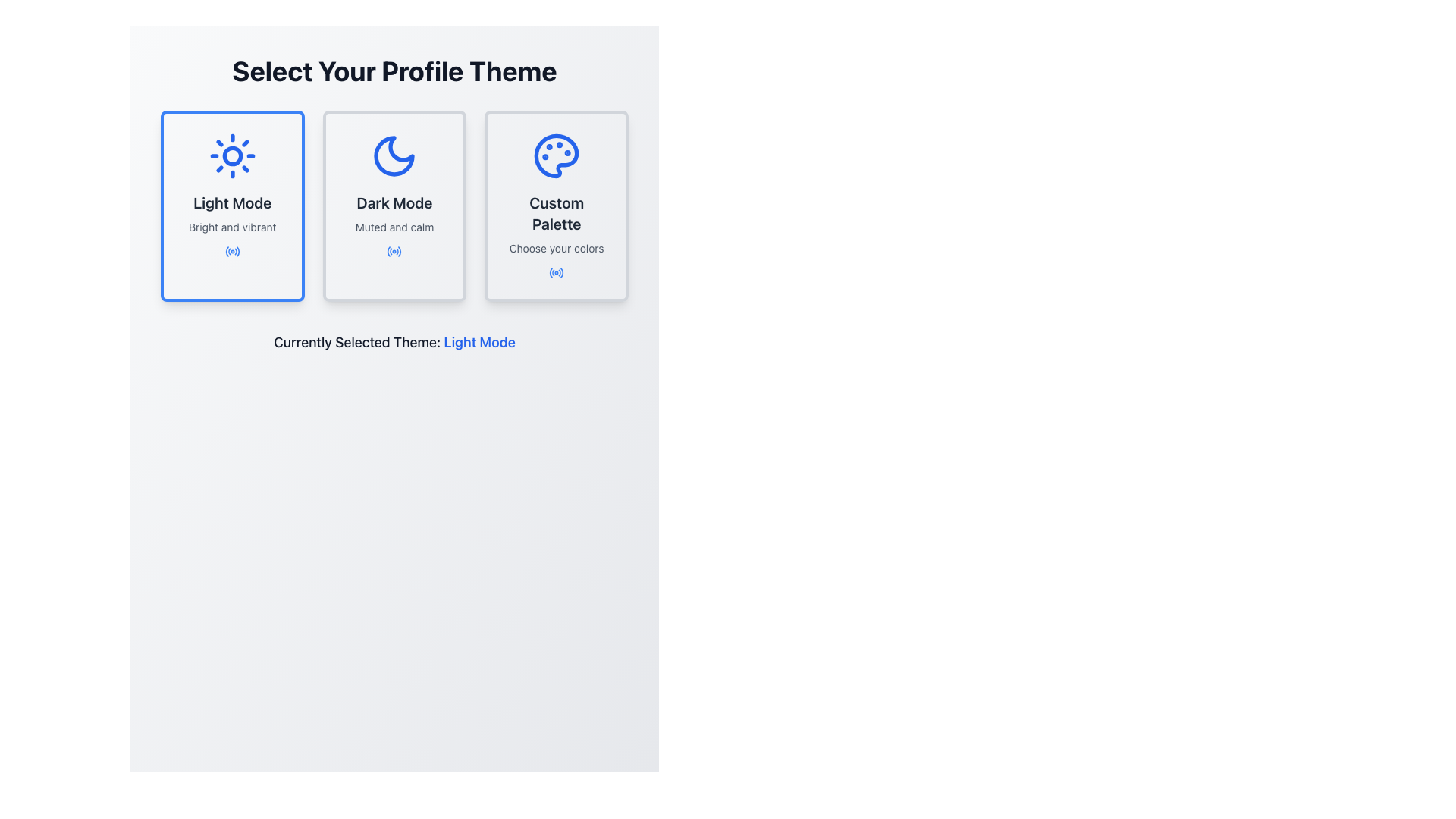 Image resolution: width=1456 pixels, height=819 pixels. I want to click on the blue sun-shaped icon located at the top center of the 'Light Mode' card, which features a circular center and rays extending outward, so click(231, 155).